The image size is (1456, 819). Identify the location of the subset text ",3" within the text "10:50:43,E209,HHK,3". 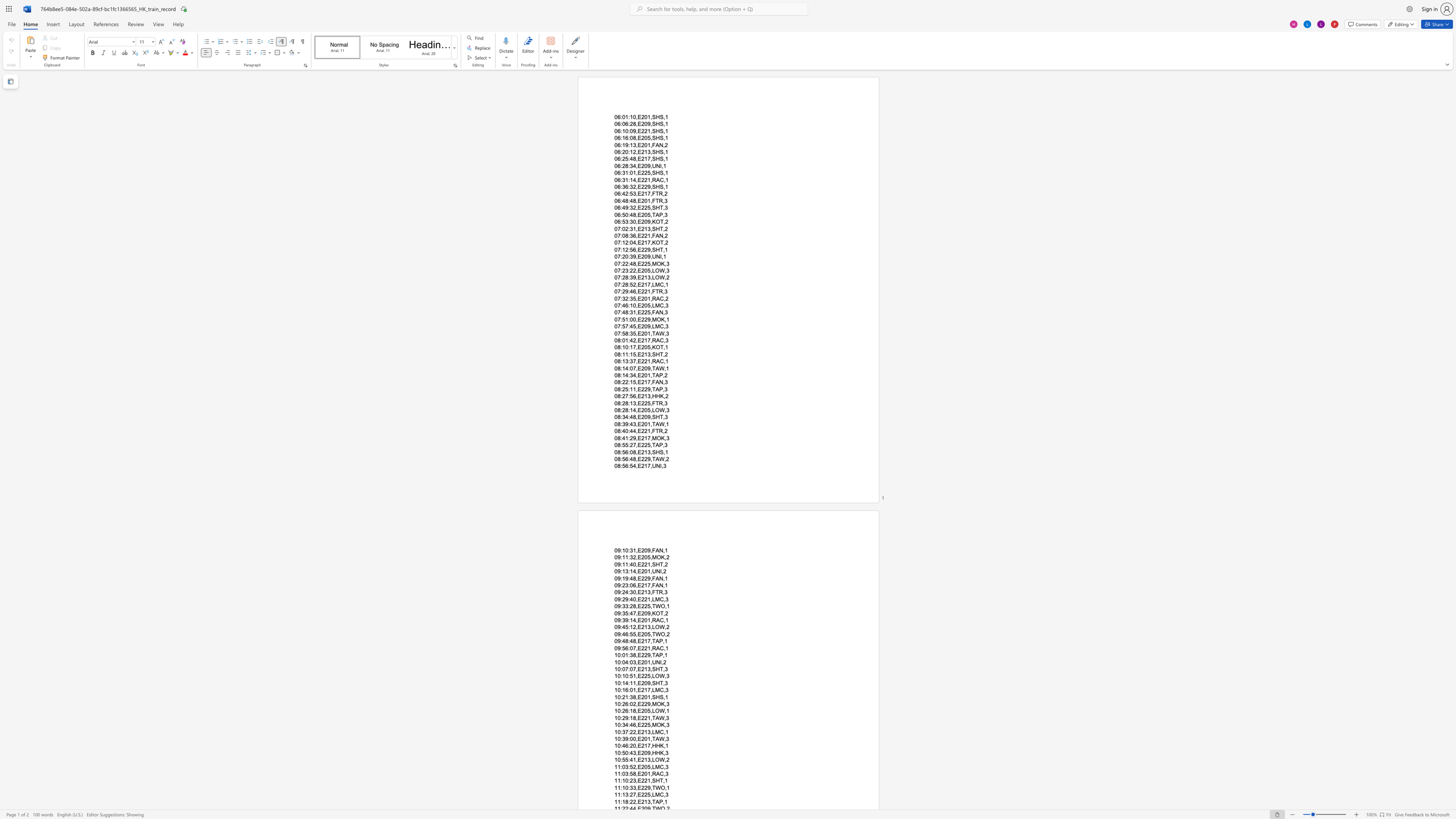
(663, 752).